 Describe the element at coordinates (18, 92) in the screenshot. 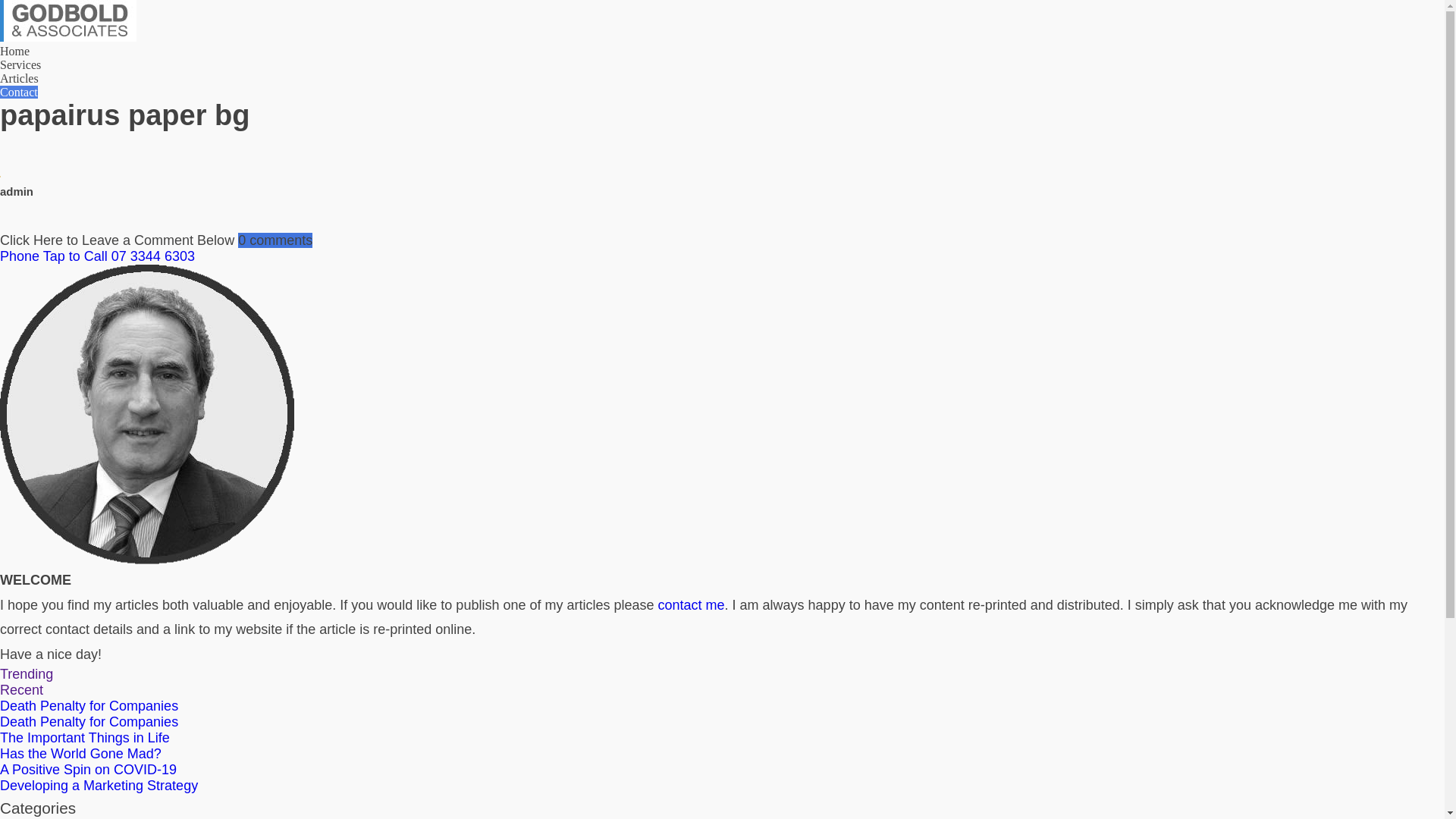

I see `'Contact'` at that location.